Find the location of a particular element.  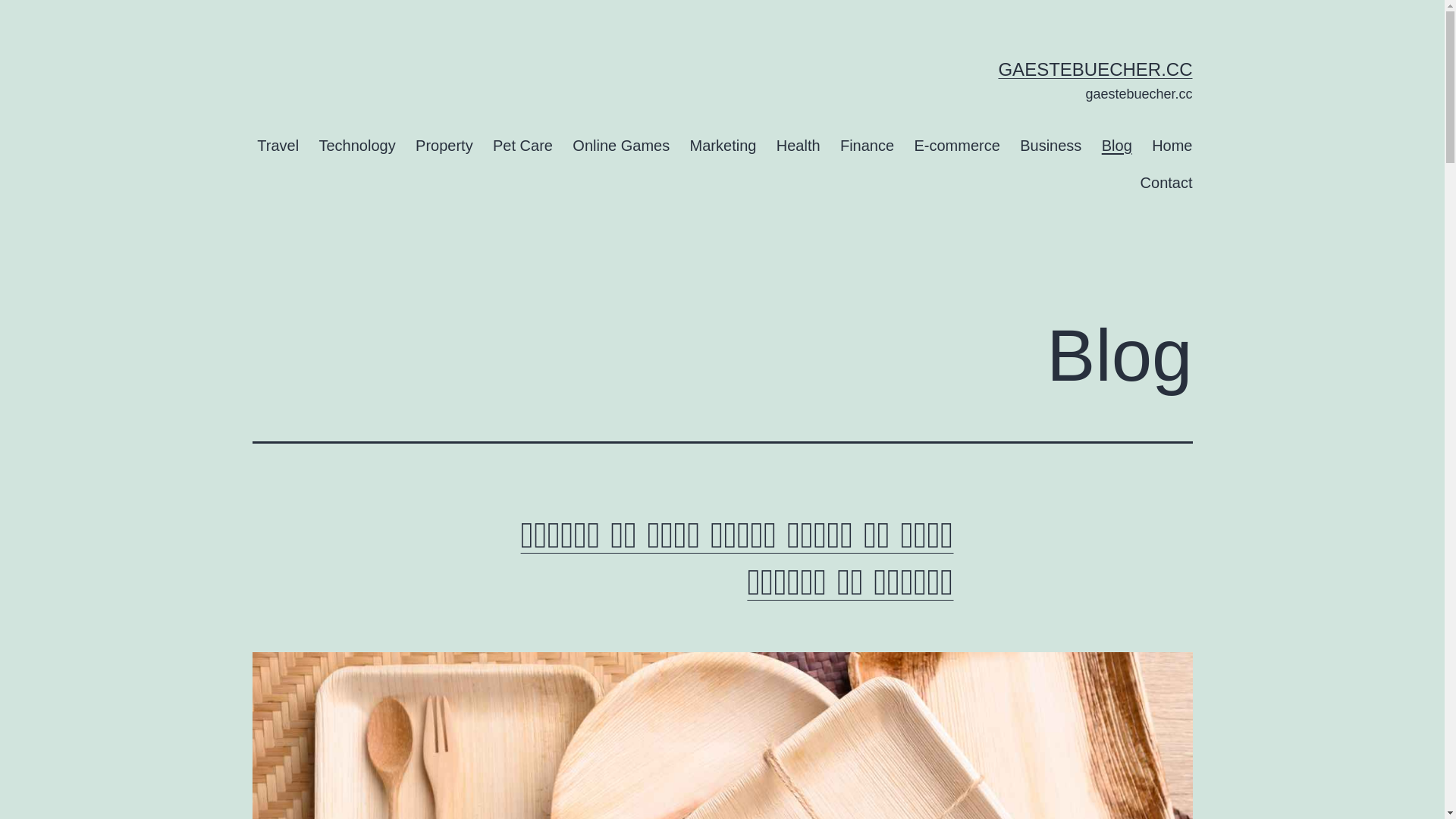

'Online Games' is located at coordinates (621, 145).